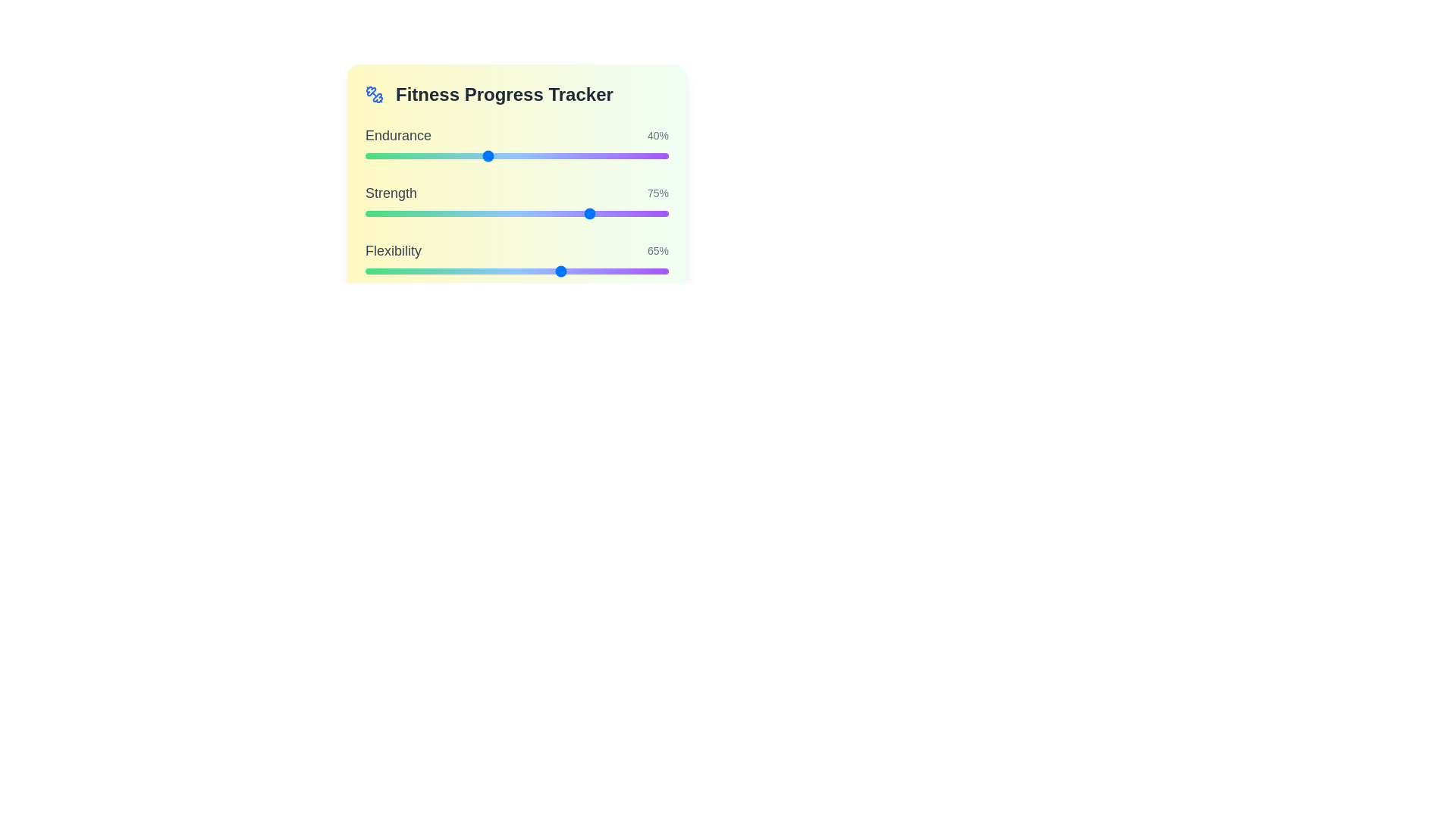 The height and width of the screenshot is (819, 1456). Describe the element at coordinates (378, 98) in the screenshot. I see `the decorative dumbbell icon located at the top-left corner of the Fitness Progress Tracker interface, next to the title text` at that location.